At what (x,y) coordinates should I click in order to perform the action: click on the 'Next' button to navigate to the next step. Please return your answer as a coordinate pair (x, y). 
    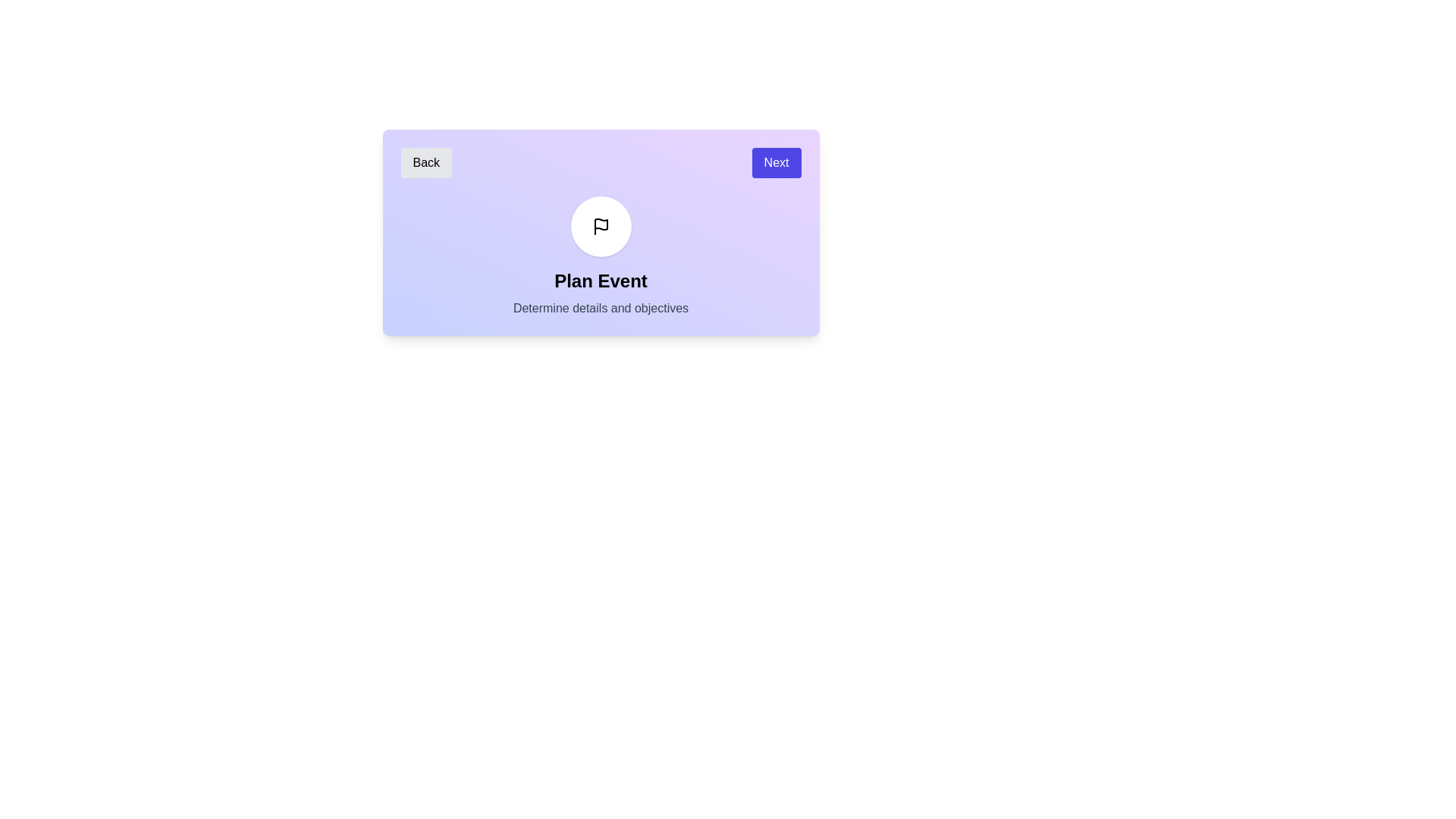
    Looking at the image, I should click on (776, 163).